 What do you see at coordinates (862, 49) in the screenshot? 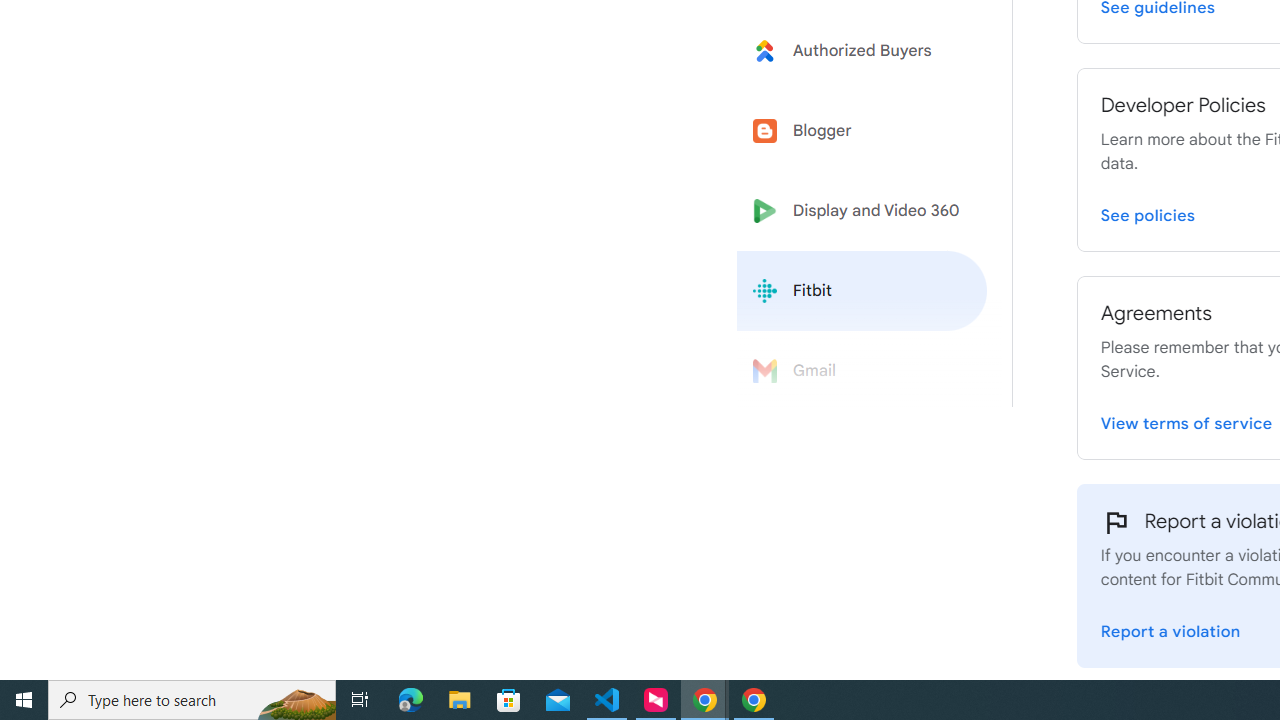
I see `'Learn more about Authorized Buyers'` at bounding box center [862, 49].